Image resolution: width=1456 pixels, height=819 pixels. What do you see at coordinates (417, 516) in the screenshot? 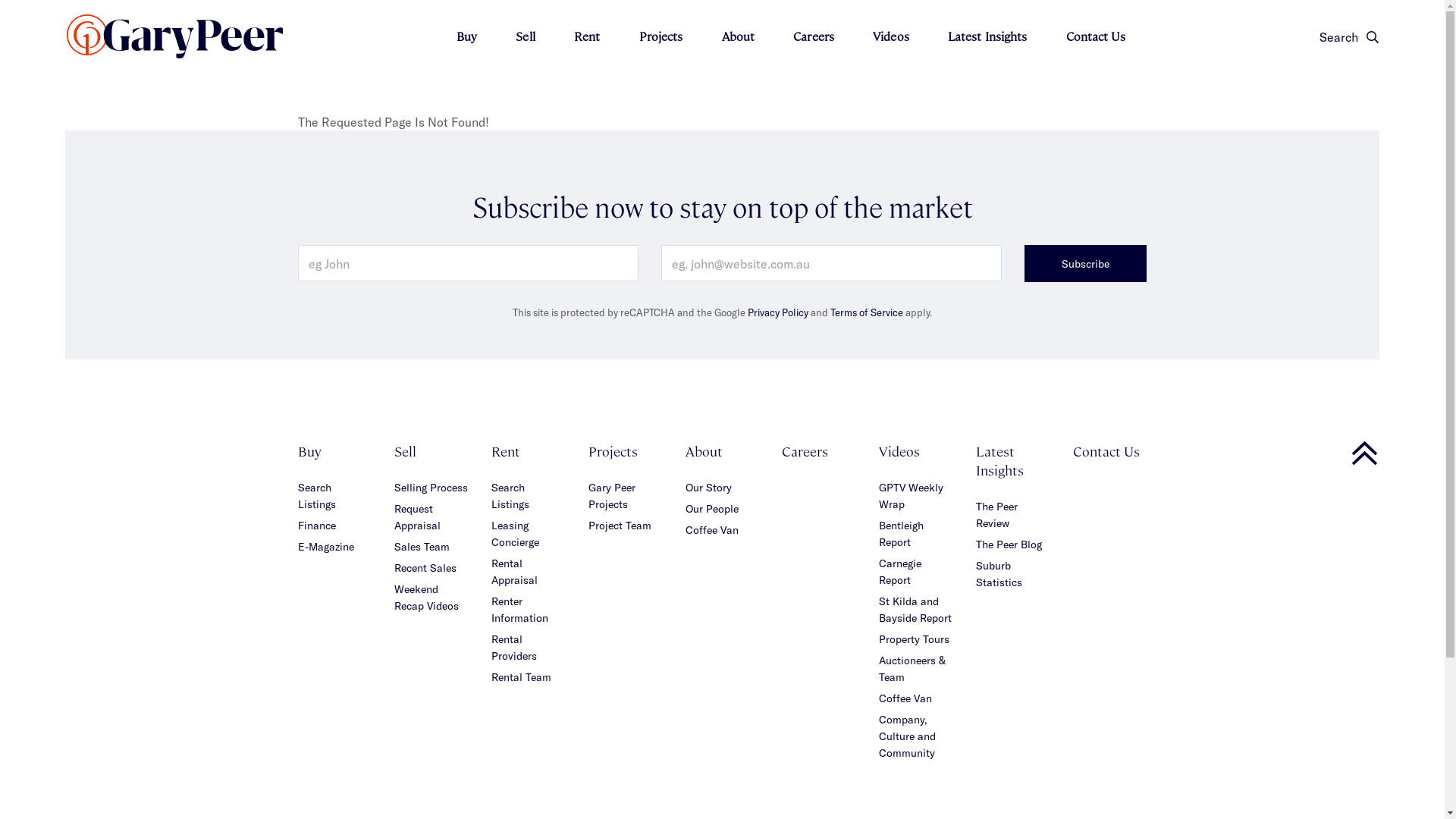
I see `'Request Appraisal'` at bounding box center [417, 516].